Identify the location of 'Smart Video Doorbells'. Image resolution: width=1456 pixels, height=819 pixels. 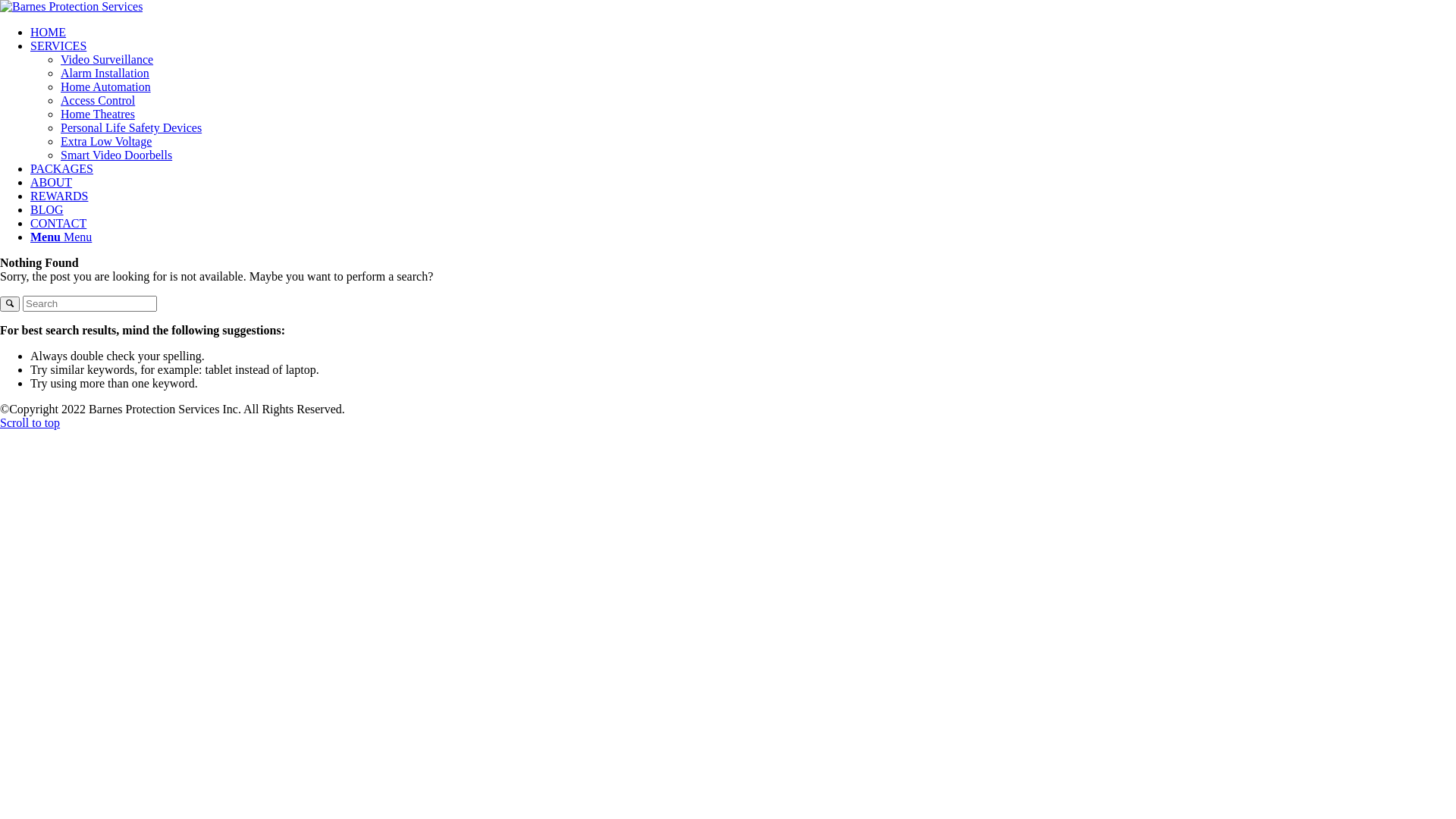
(115, 155).